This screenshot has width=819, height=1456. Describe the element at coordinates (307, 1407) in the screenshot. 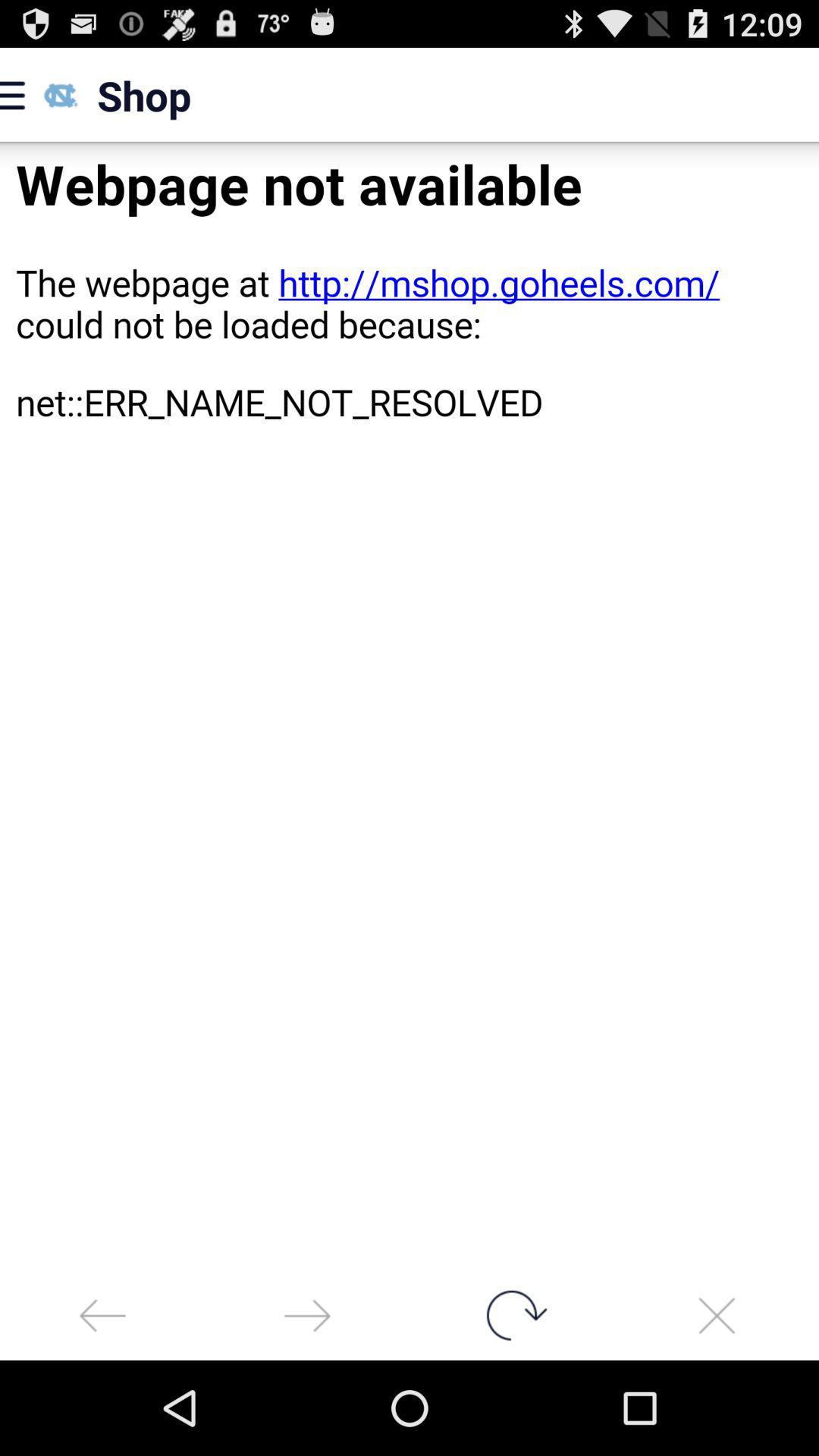

I see `the arrow_forward icon` at that location.